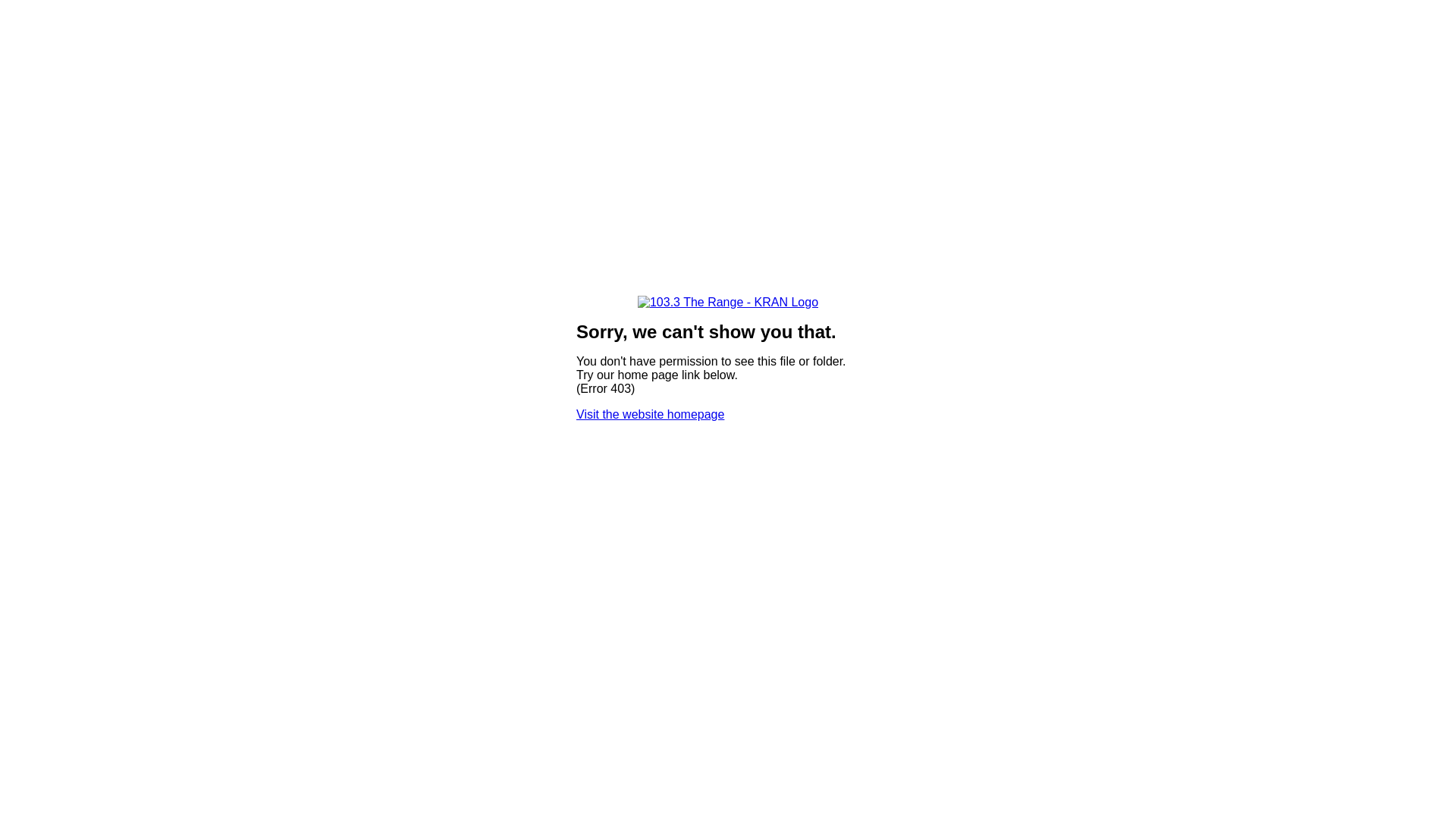  What do you see at coordinates (650, 414) in the screenshot?
I see `'Visit the website homepage'` at bounding box center [650, 414].